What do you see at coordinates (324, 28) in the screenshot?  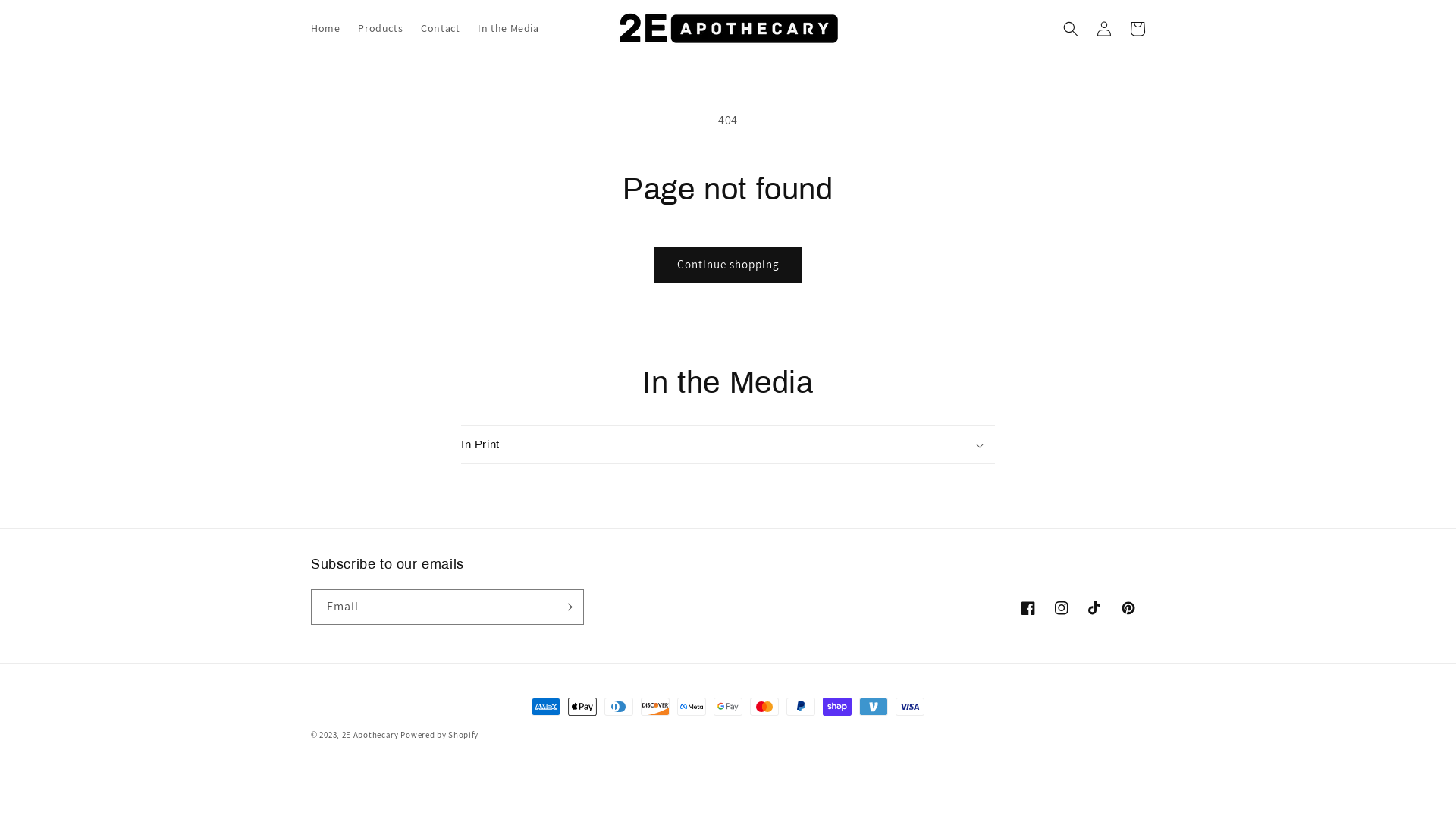 I see `'Home'` at bounding box center [324, 28].